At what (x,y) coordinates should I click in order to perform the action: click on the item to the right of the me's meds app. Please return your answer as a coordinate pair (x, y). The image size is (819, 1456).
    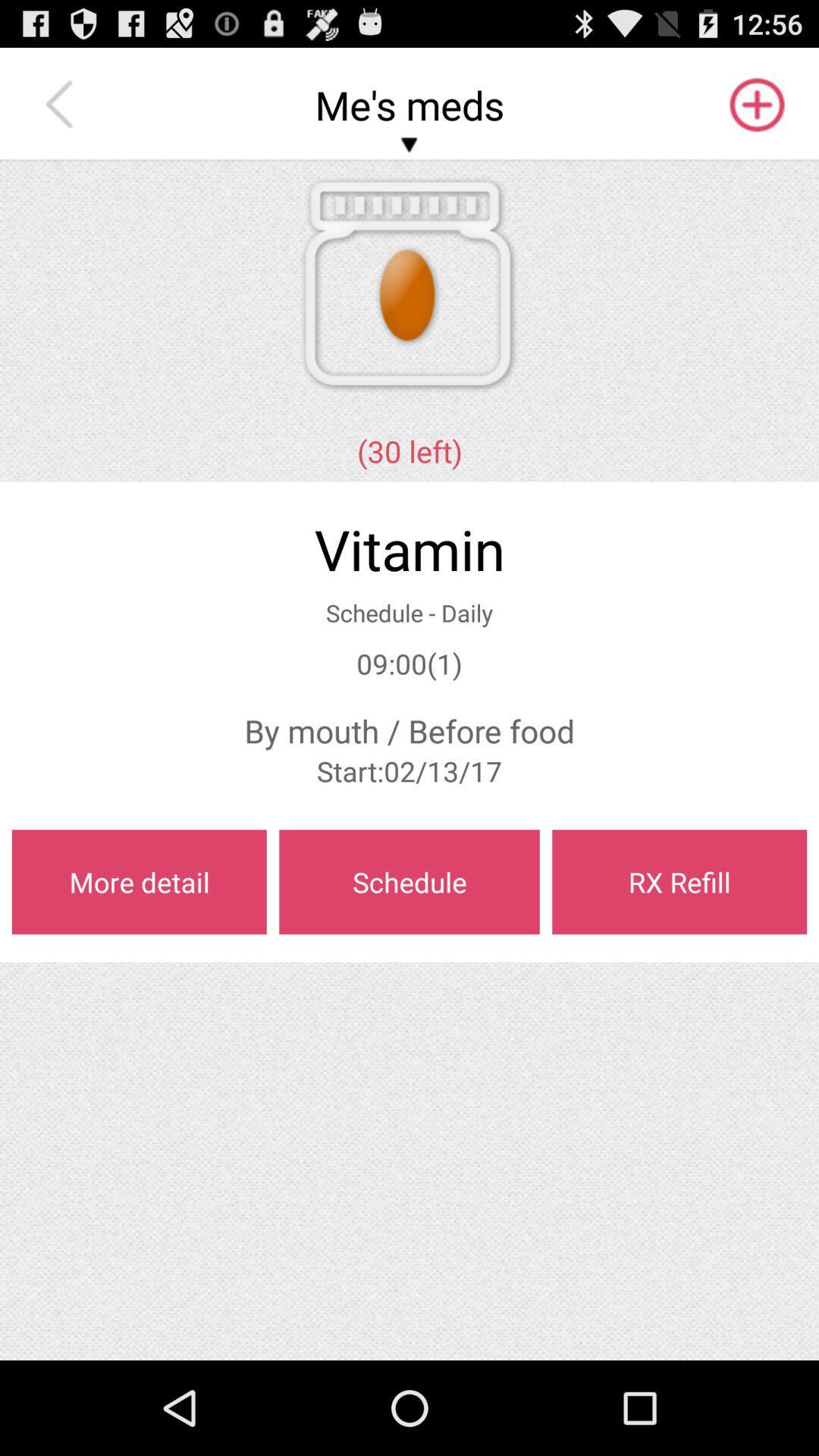
    Looking at the image, I should click on (755, 104).